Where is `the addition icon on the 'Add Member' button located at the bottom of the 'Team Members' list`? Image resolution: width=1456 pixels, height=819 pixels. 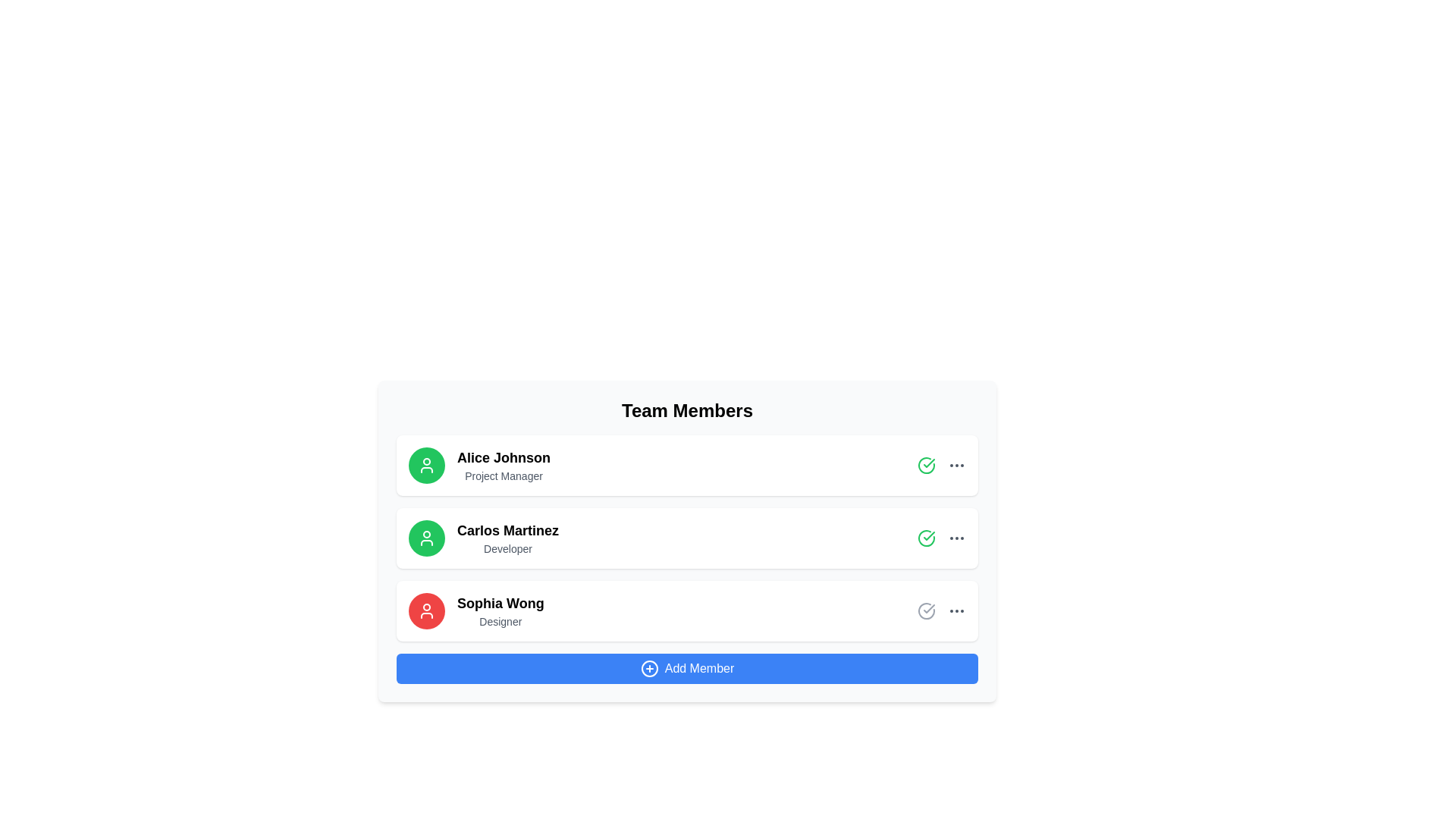
the addition icon on the 'Add Member' button located at the bottom of the 'Team Members' list is located at coordinates (649, 668).